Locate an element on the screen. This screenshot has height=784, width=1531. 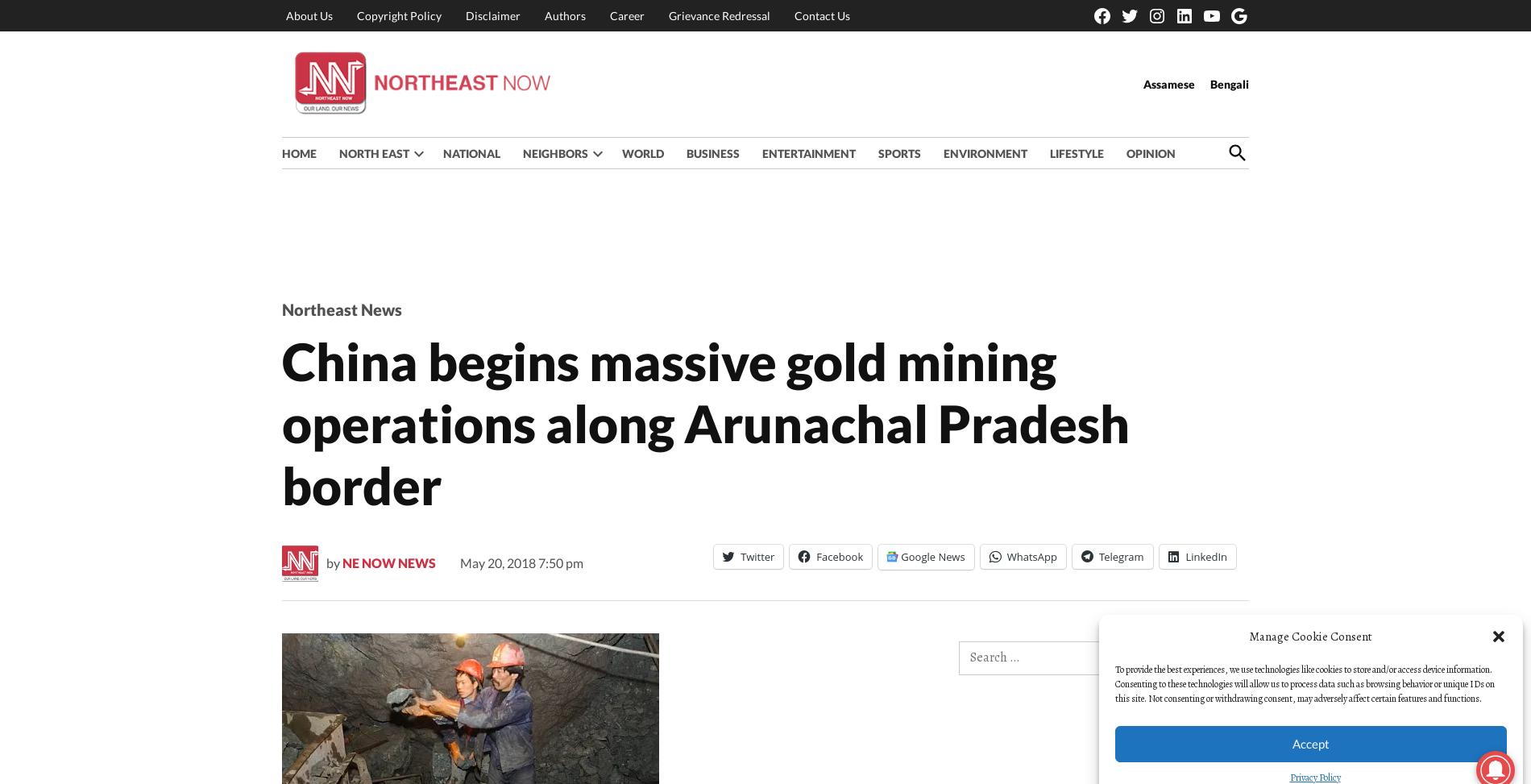
'Career' is located at coordinates (626, 15).